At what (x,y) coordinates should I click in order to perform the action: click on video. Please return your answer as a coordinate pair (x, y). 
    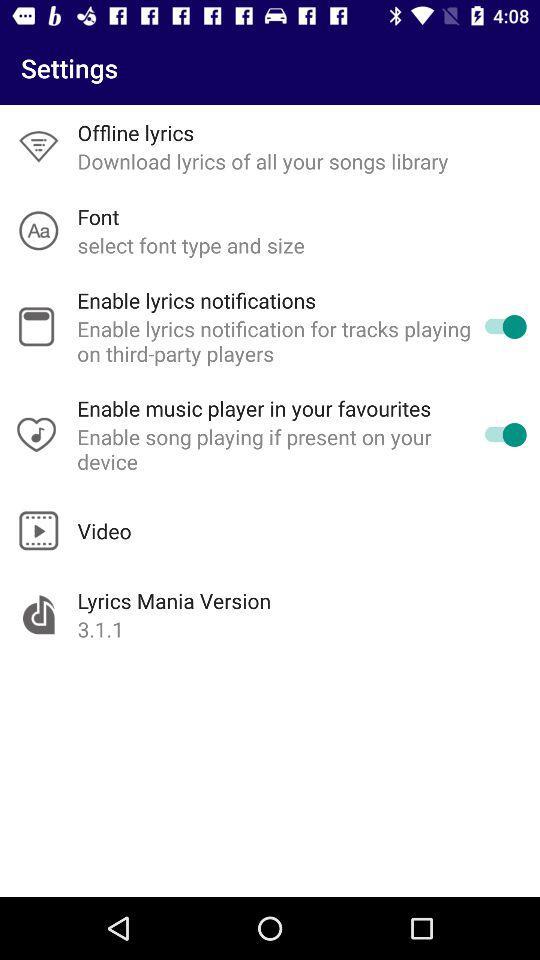
    Looking at the image, I should click on (104, 529).